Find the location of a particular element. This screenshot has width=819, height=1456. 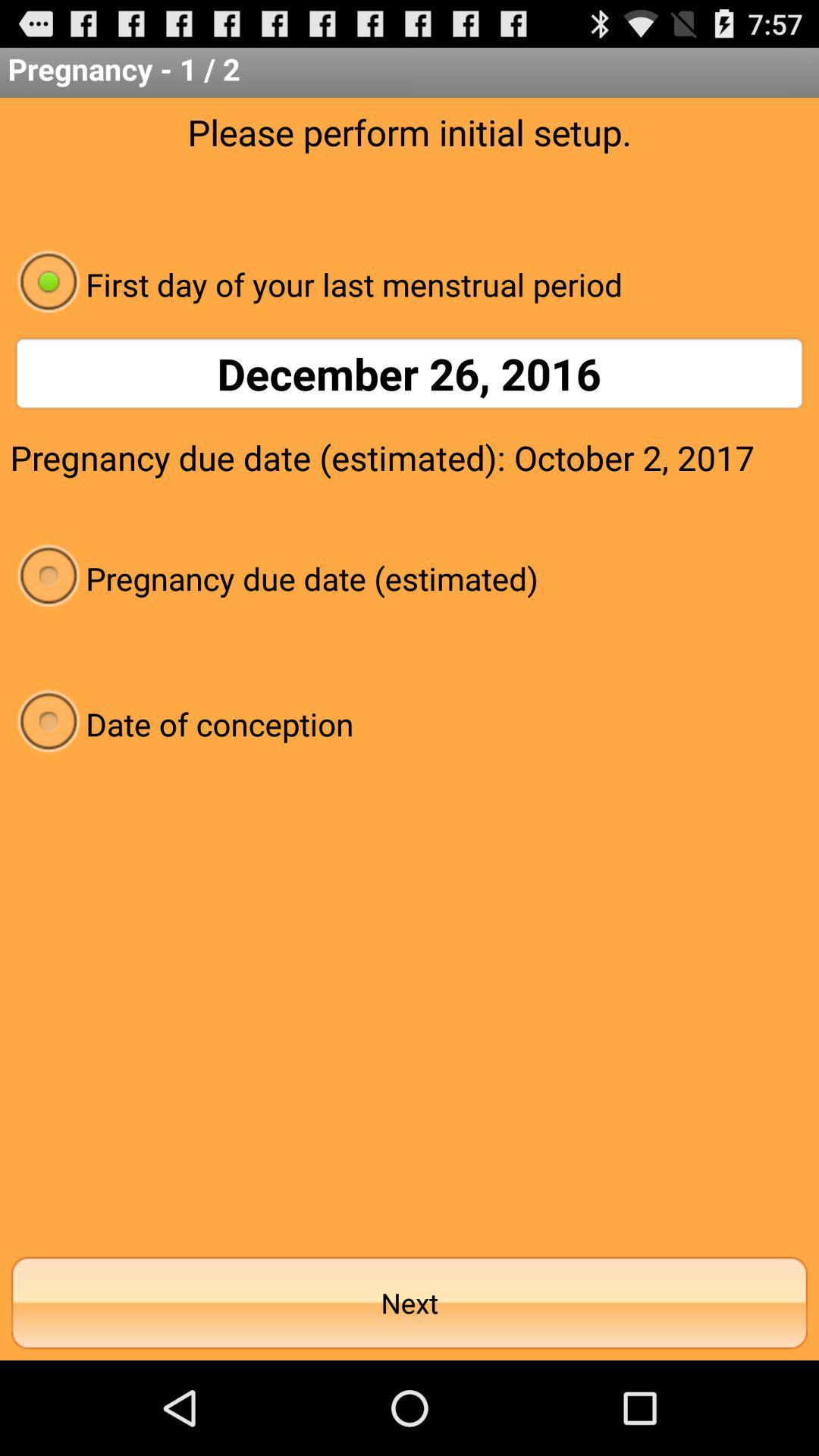

the icon above the next button is located at coordinates (409, 723).